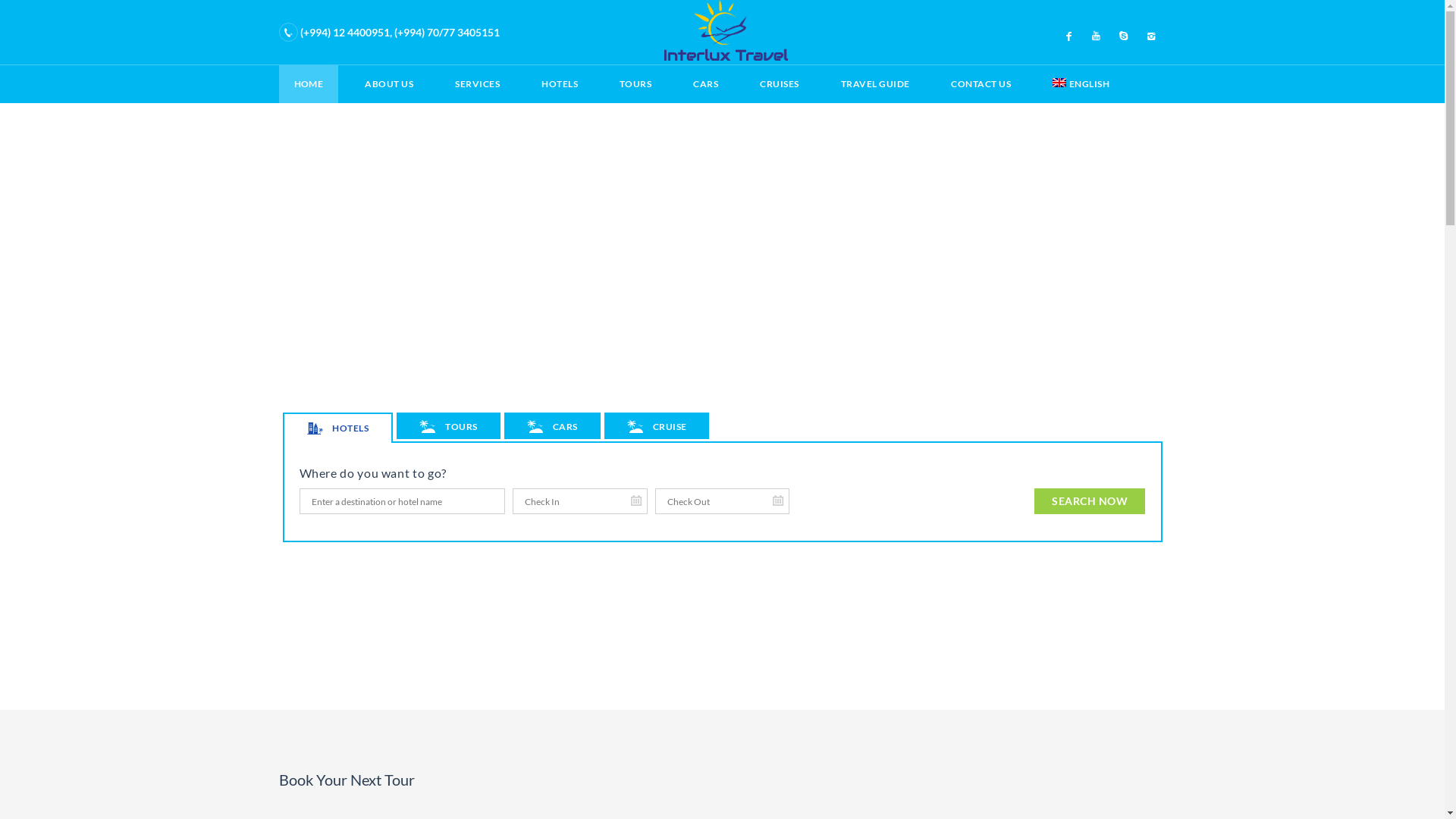  Describe the element at coordinates (1033, 500) in the screenshot. I see `'SEARCH NOW'` at that location.